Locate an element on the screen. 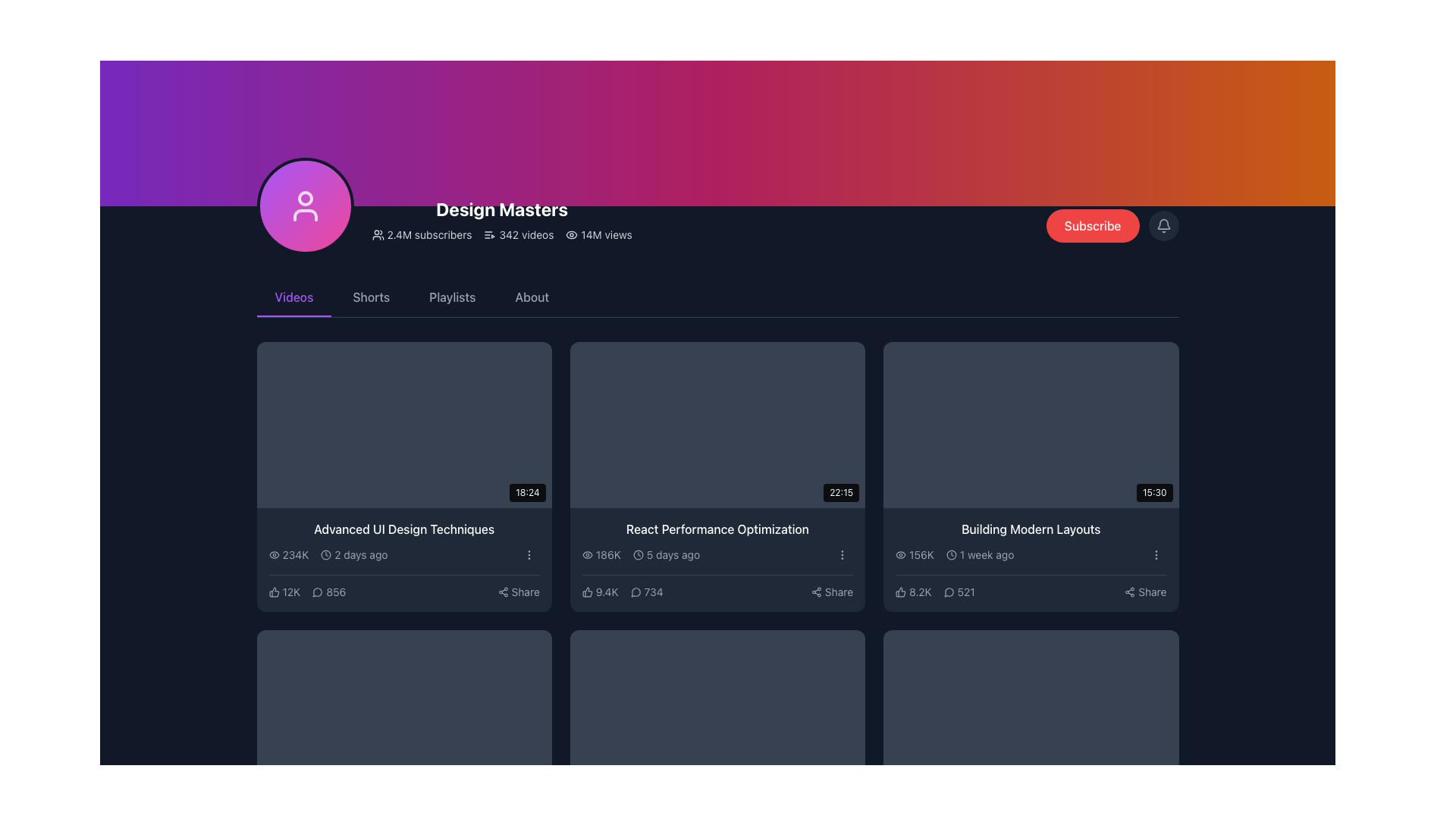 This screenshot has height=819, width=1456. text displaying the total number of videos available on the channel, which is centrally positioned between '2.4M subscribers' and '14M views' below the channel name is located at coordinates (519, 234).